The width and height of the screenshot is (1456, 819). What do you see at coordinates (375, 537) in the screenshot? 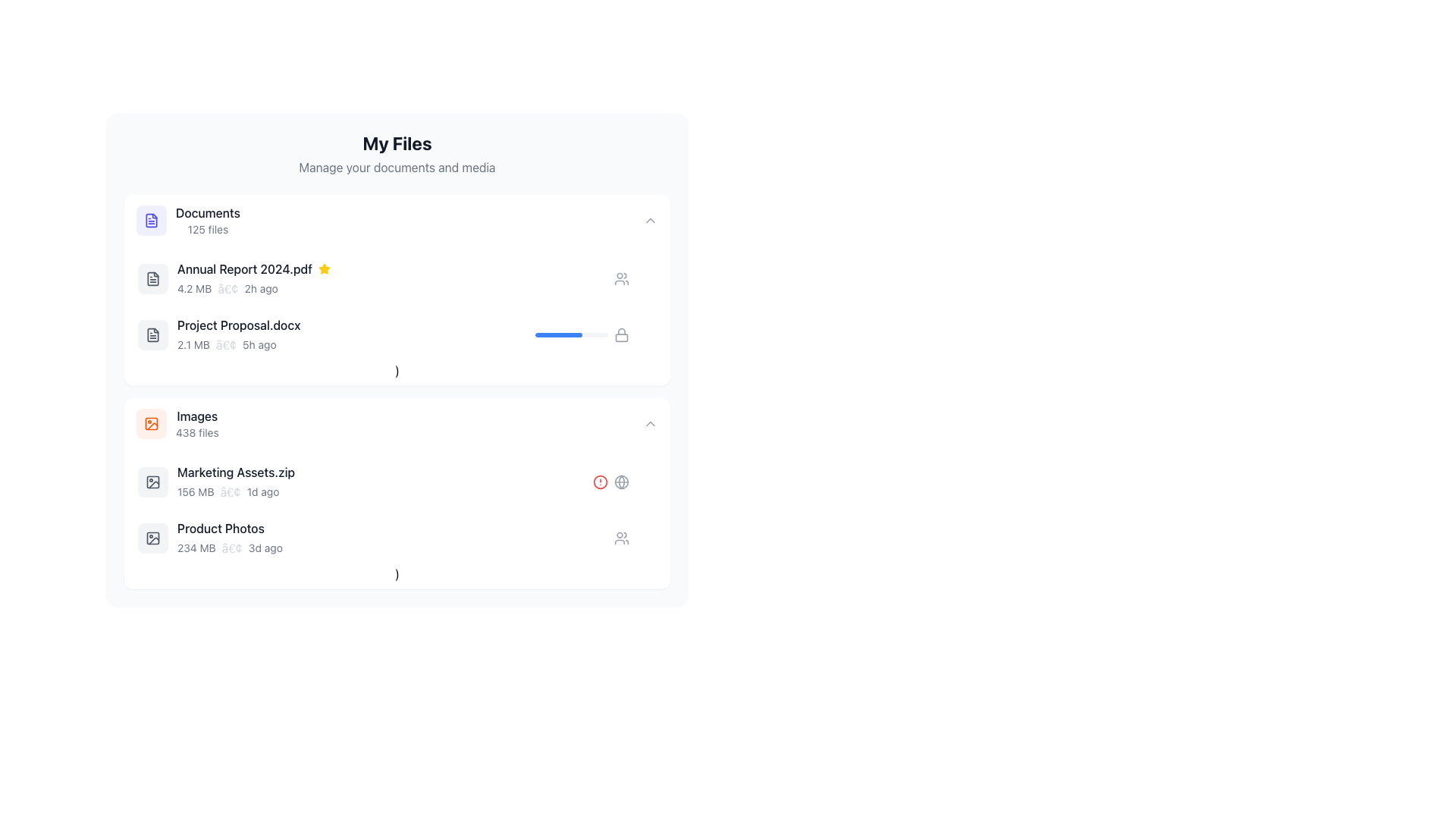
I see `the 'Product Photos' file list item` at bounding box center [375, 537].